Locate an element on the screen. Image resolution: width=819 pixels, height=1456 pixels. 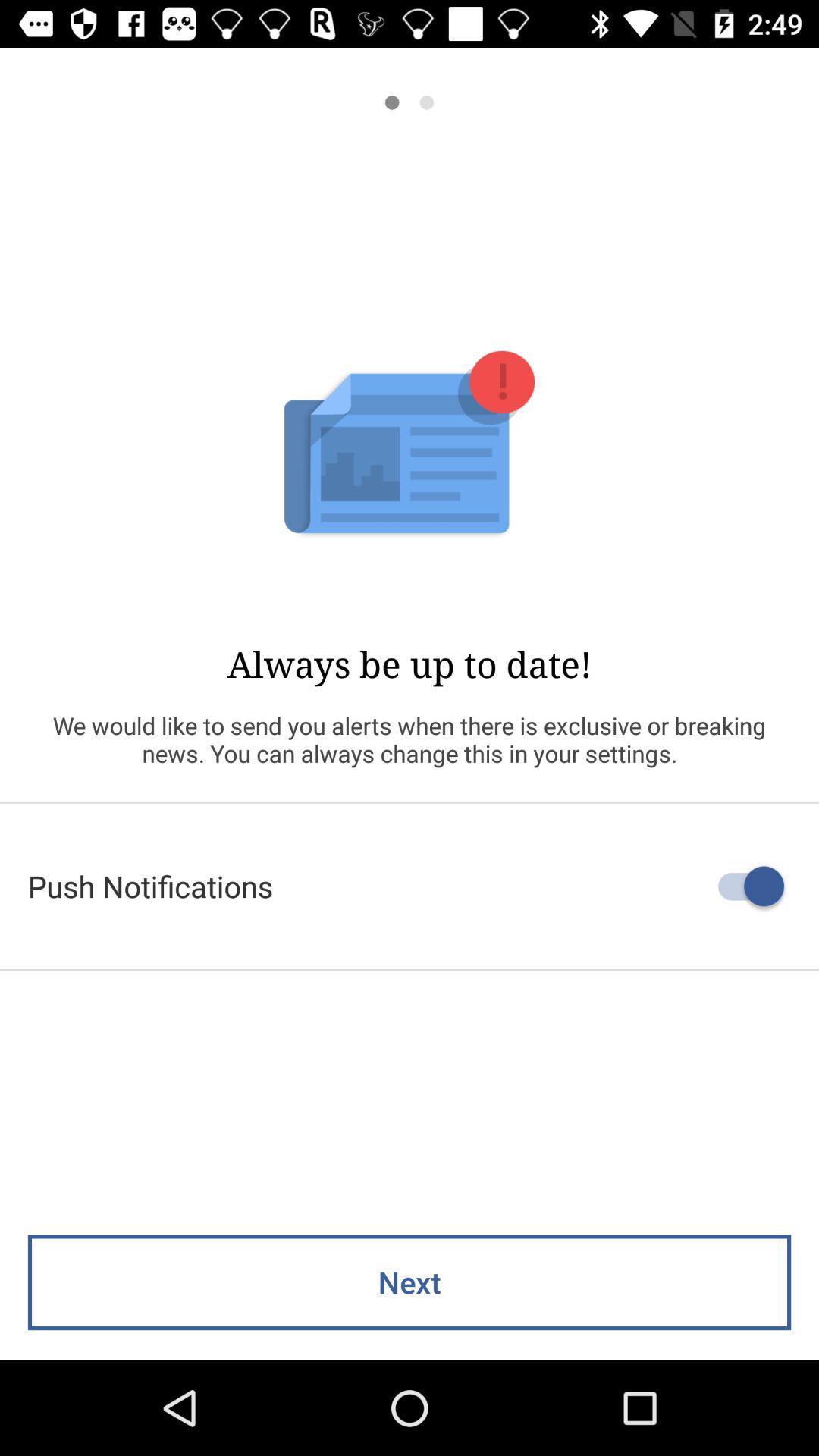
the next icon is located at coordinates (409, 1282).